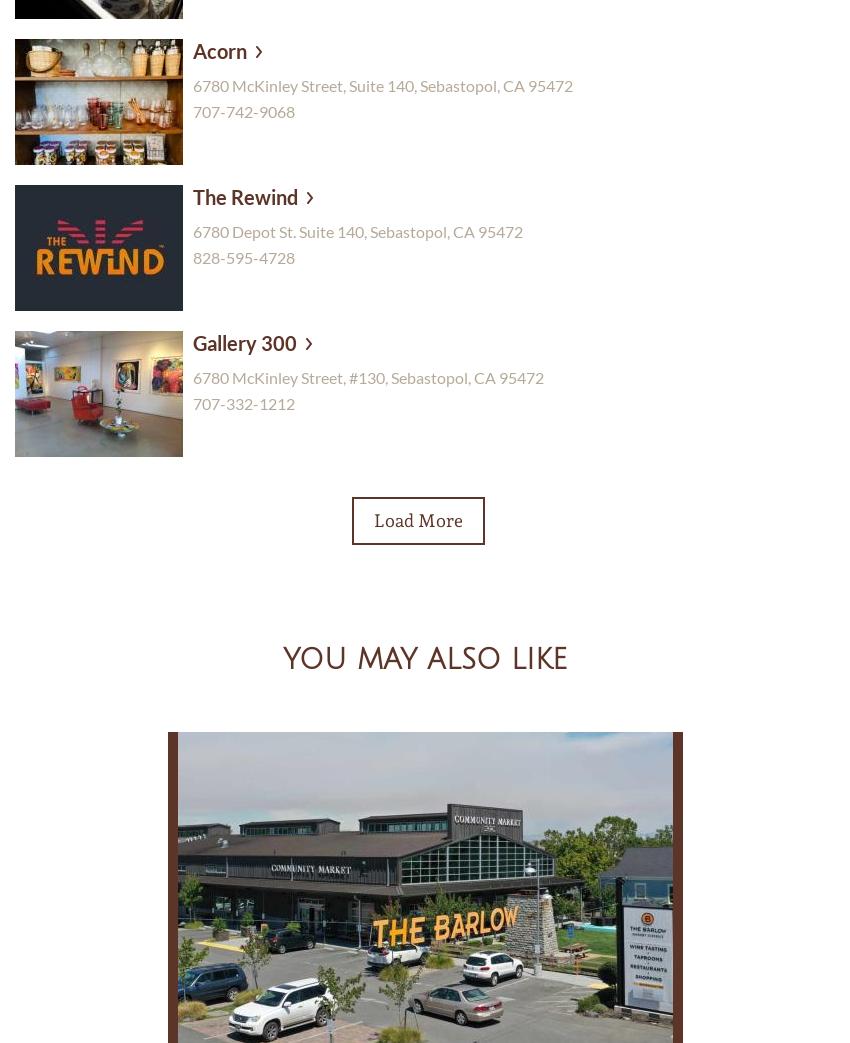 This screenshot has width=850, height=1043. What do you see at coordinates (418, 518) in the screenshot?
I see `'Load More'` at bounding box center [418, 518].